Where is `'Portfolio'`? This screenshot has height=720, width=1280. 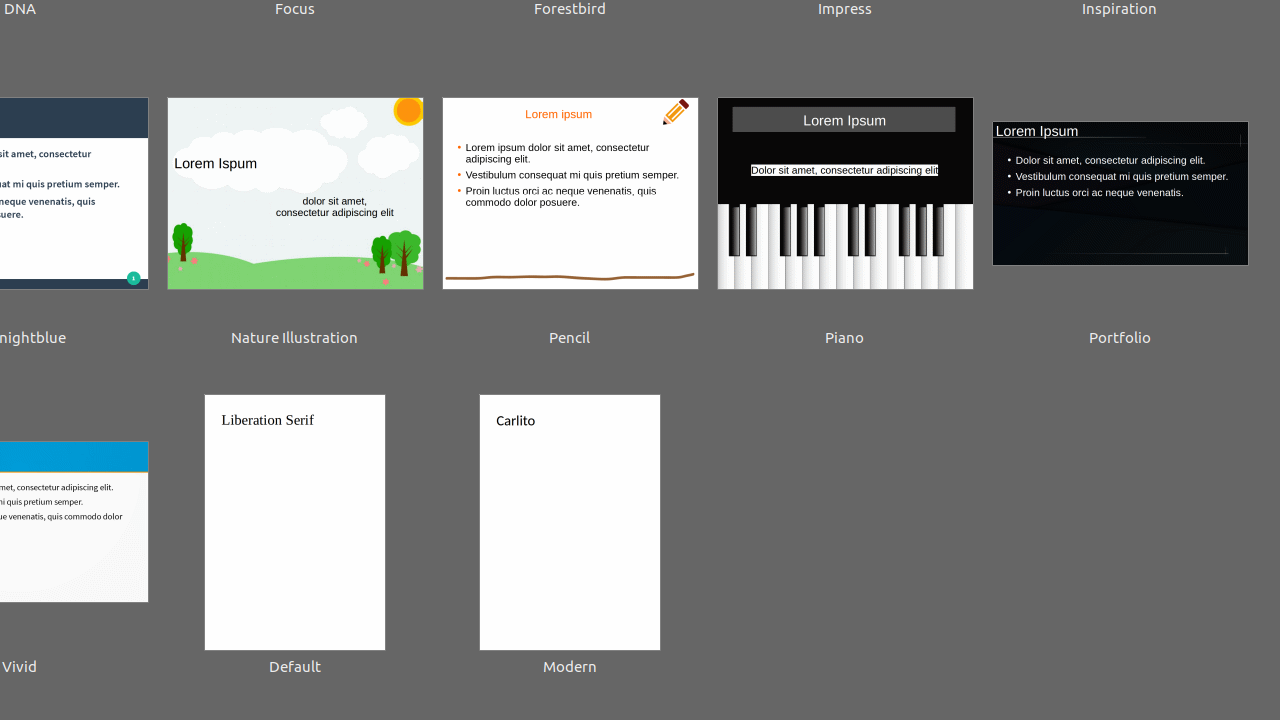 'Portfolio' is located at coordinates (1120, 208).